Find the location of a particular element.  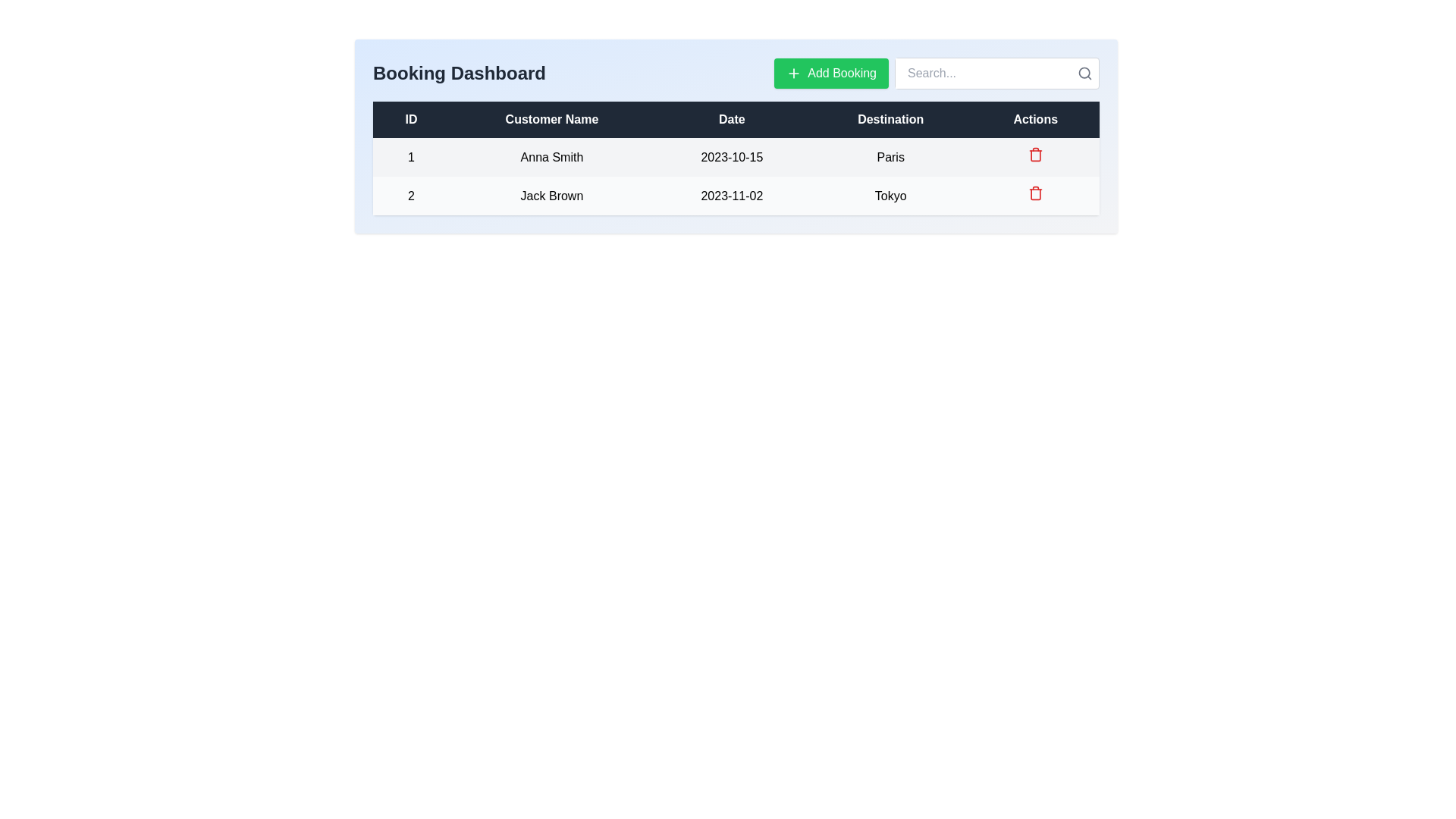

the trash bin icon button in the Actions column for the row corresponding to 'Anna Smith' is located at coordinates (1034, 157).